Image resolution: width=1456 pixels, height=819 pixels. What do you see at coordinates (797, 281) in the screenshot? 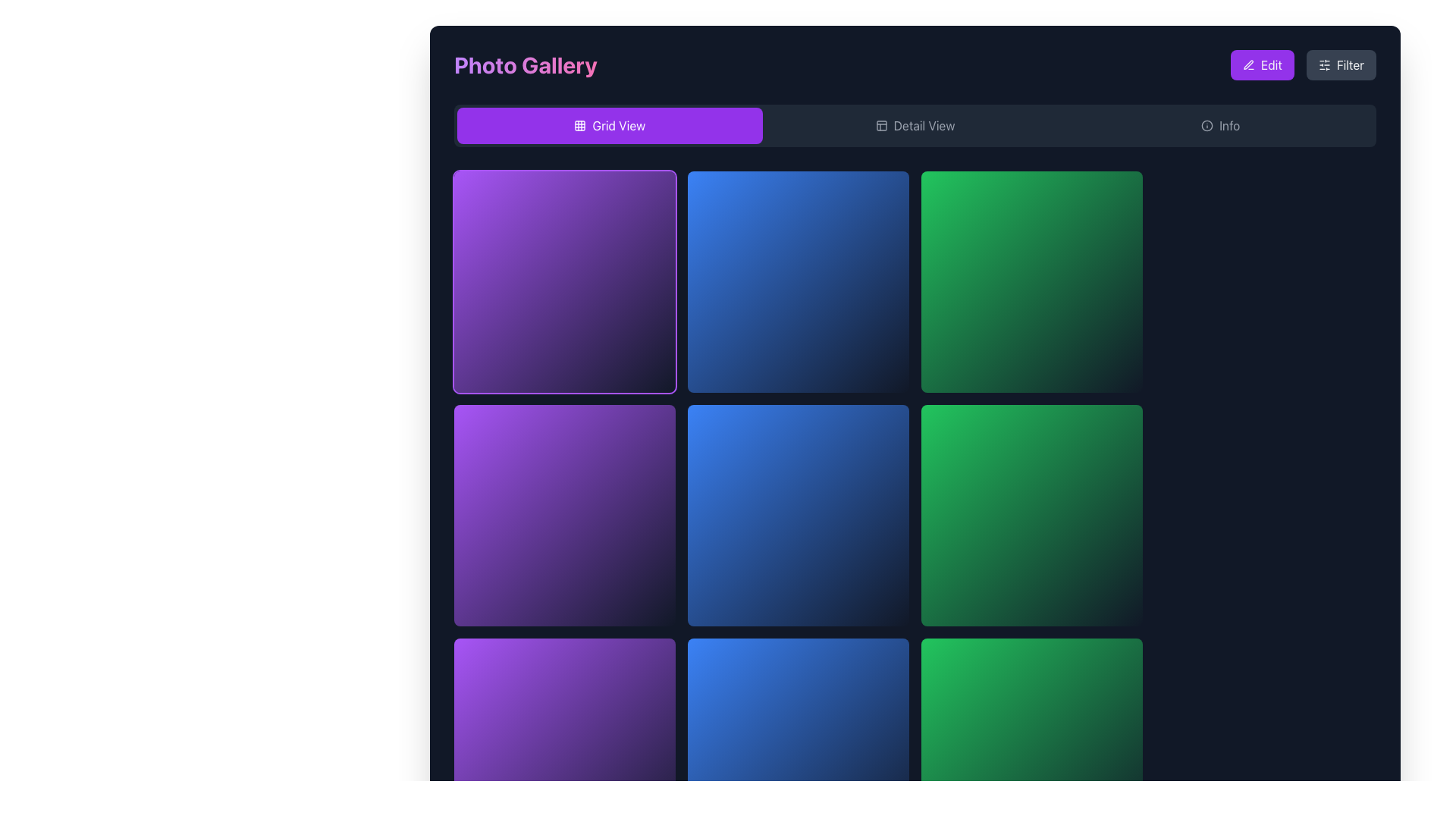
I see `the square grid tile with a gradient background located in the second column of the grid layout's first row` at bounding box center [797, 281].